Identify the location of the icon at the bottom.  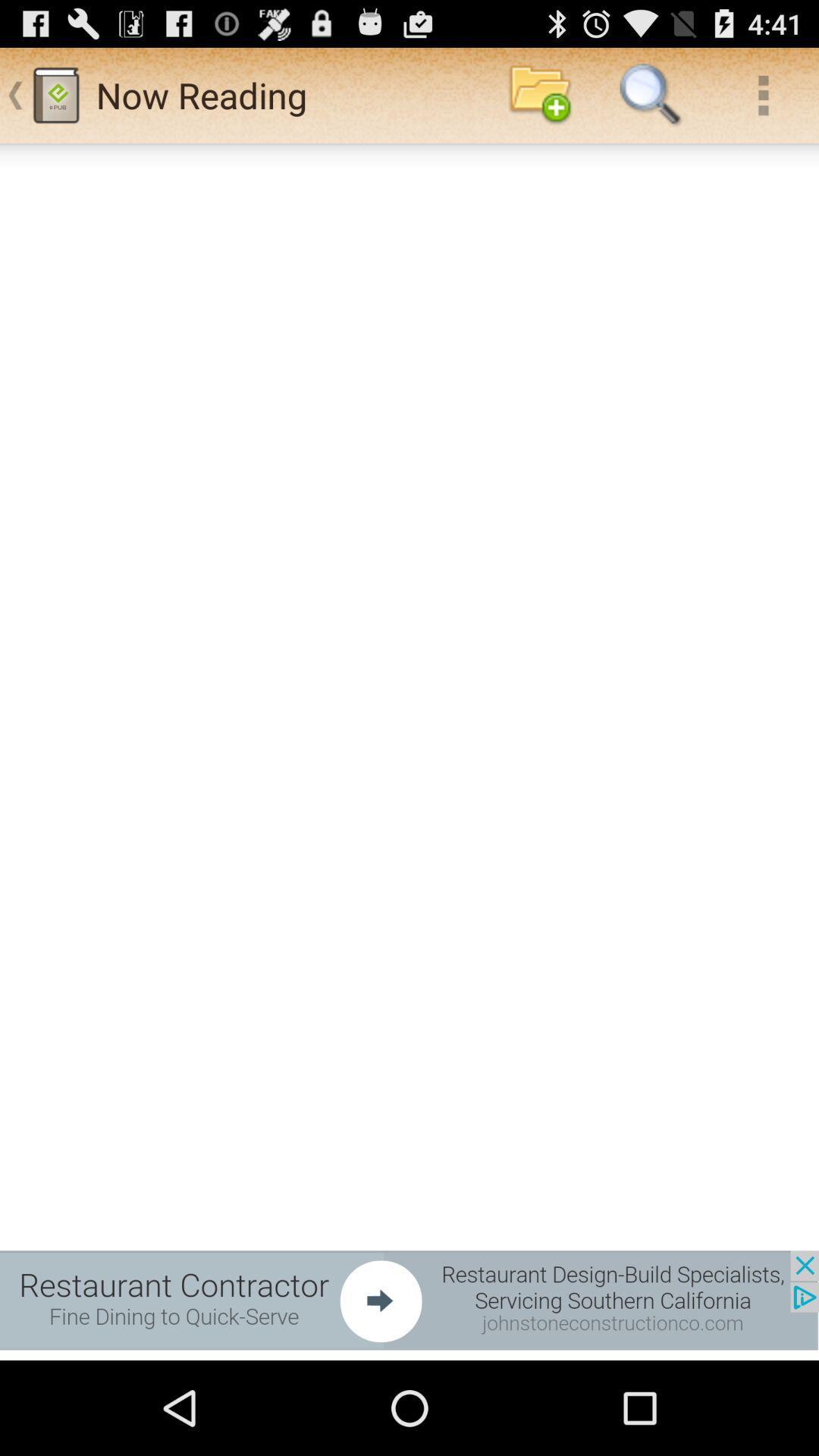
(409, 1299).